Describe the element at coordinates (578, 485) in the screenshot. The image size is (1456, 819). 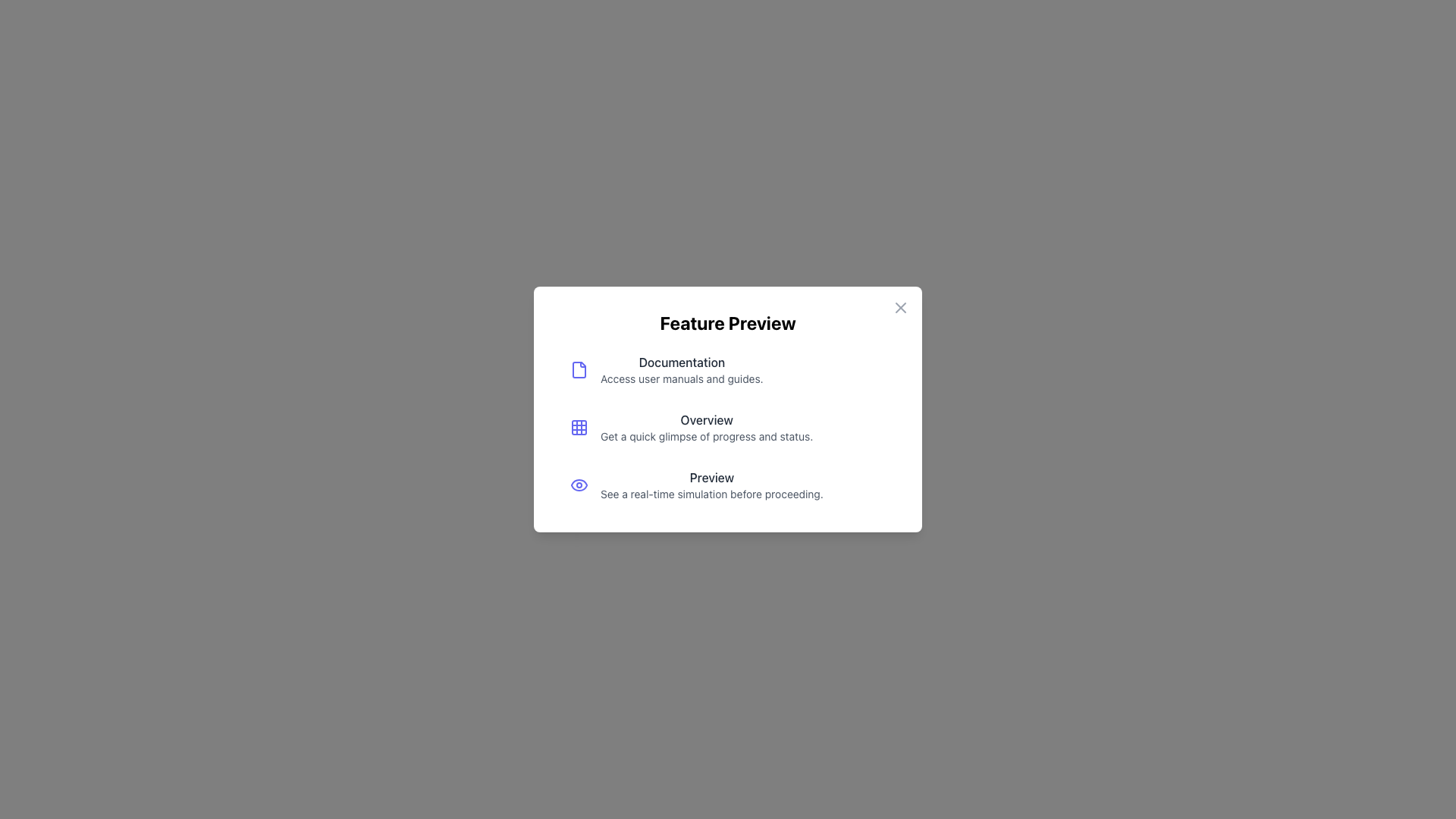
I see `the rounded 'eye' icon with a blue color located within the 'Preview' option of the 'Feature Preview' interface section, which is the third option in the row and positioned on the left side of the 'Preview' label text` at that location.